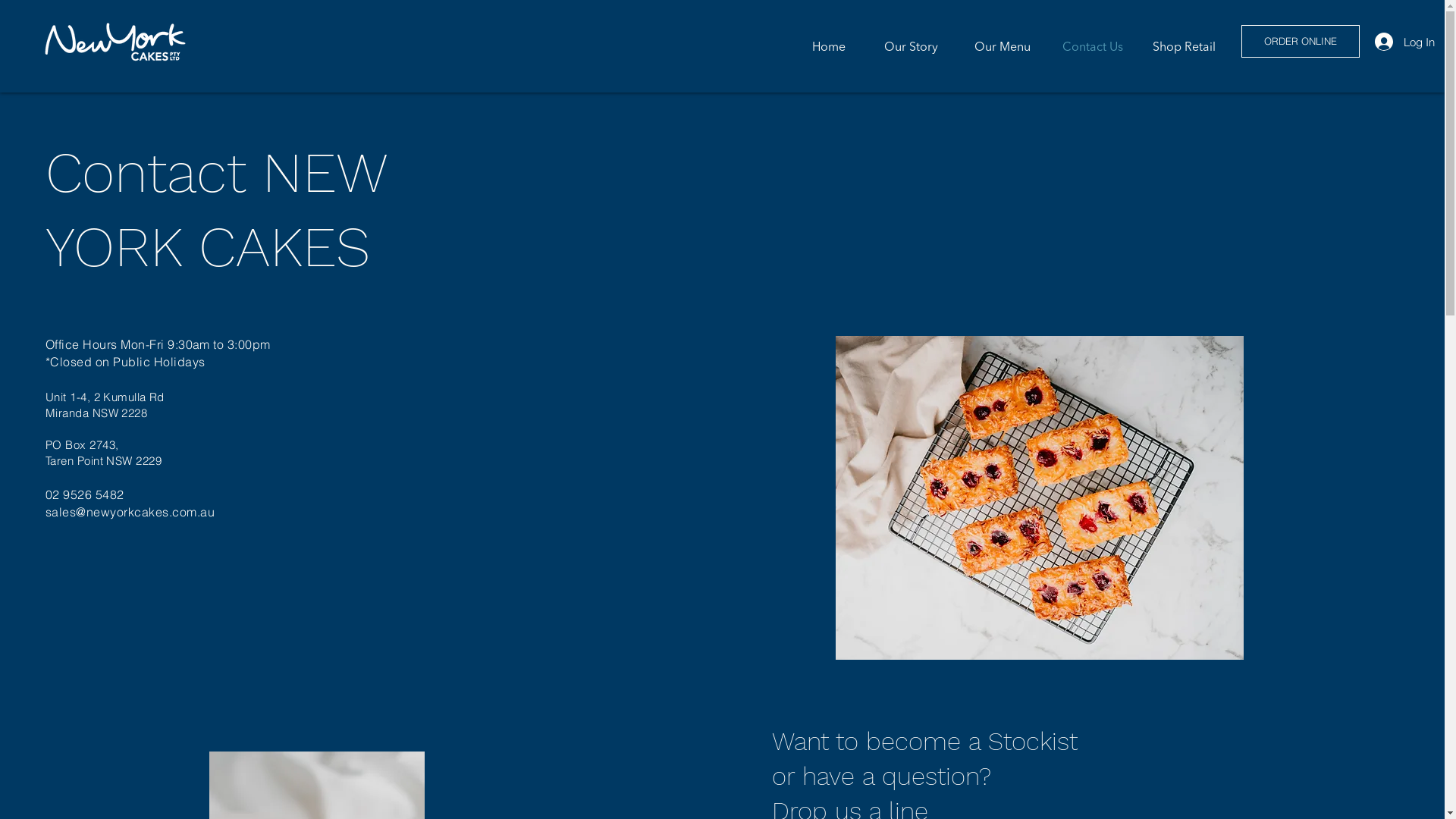  I want to click on 'ORDER ONLINE', so click(1299, 40).